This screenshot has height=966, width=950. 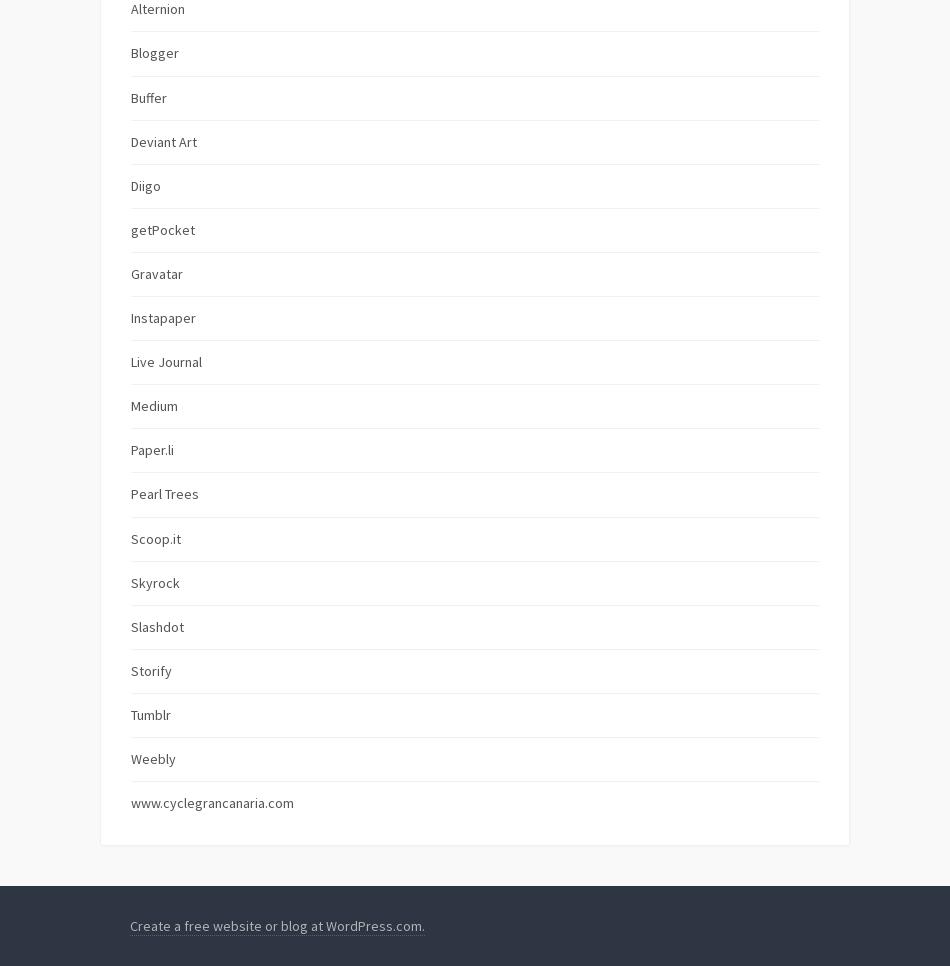 I want to click on 'Weebly', so click(x=131, y=758).